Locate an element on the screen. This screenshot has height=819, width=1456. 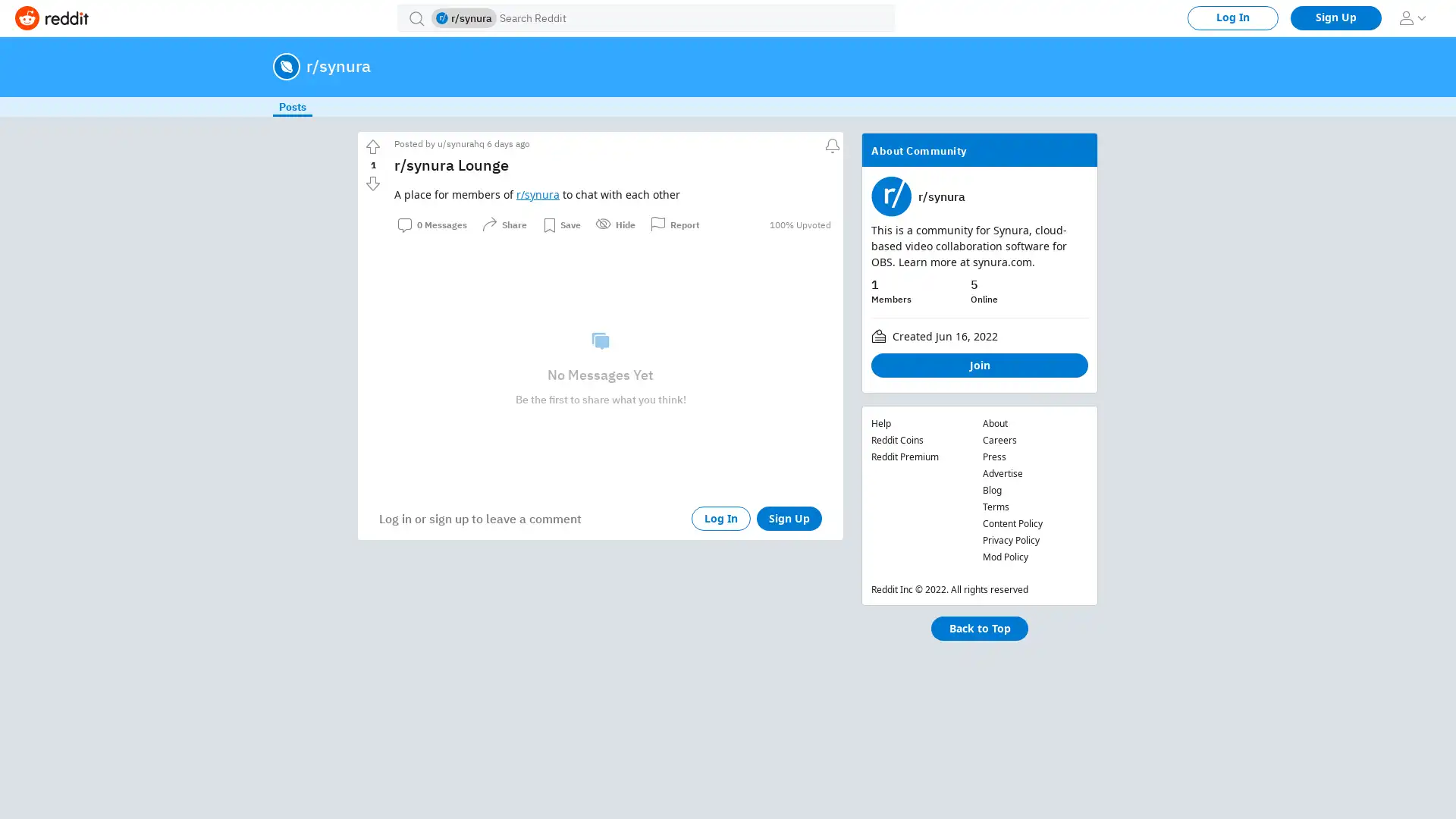
Report is located at coordinates (674, 224).